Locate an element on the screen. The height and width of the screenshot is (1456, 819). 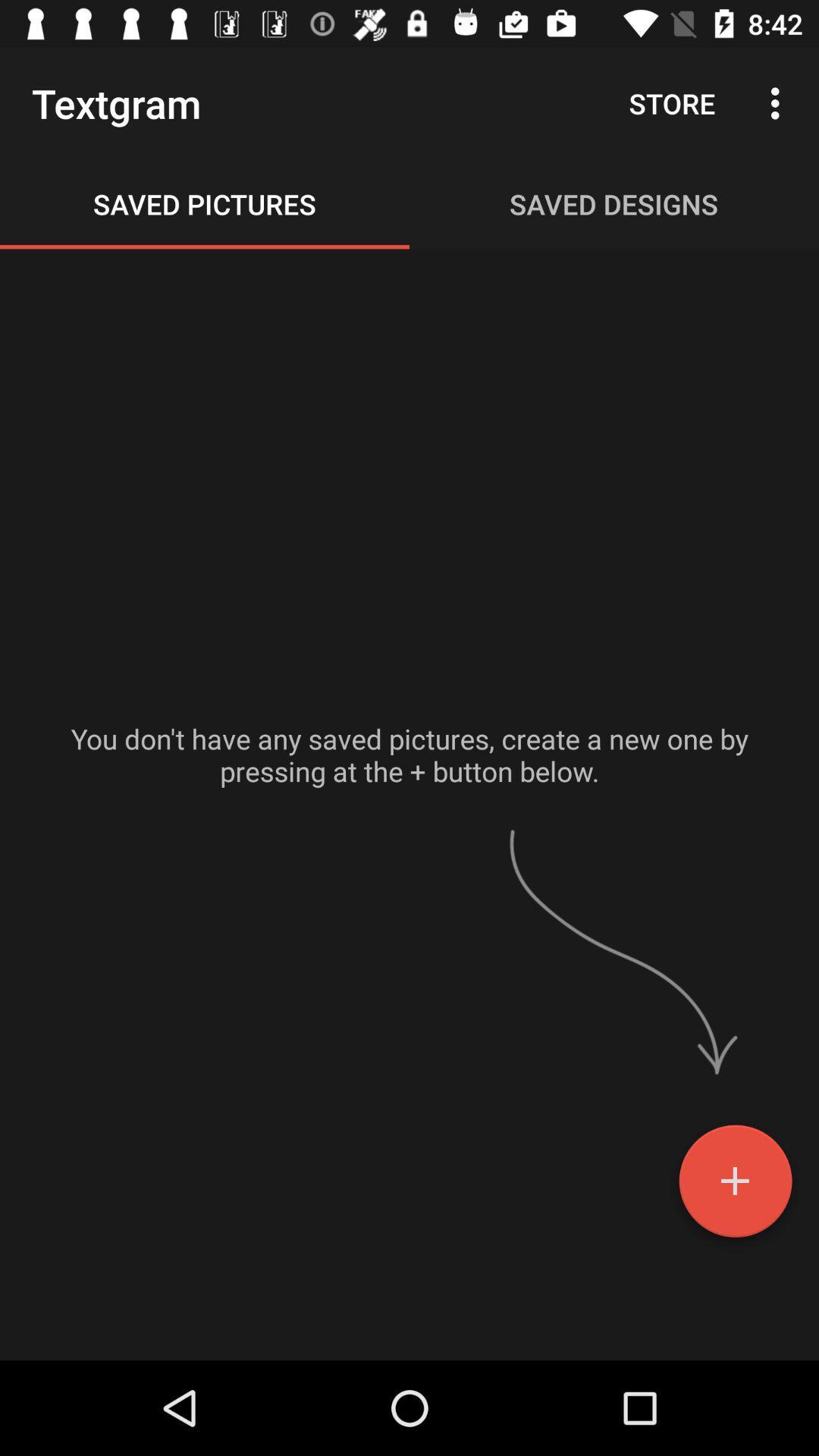
the item to the right of the textgram icon is located at coordinates (671, 102).